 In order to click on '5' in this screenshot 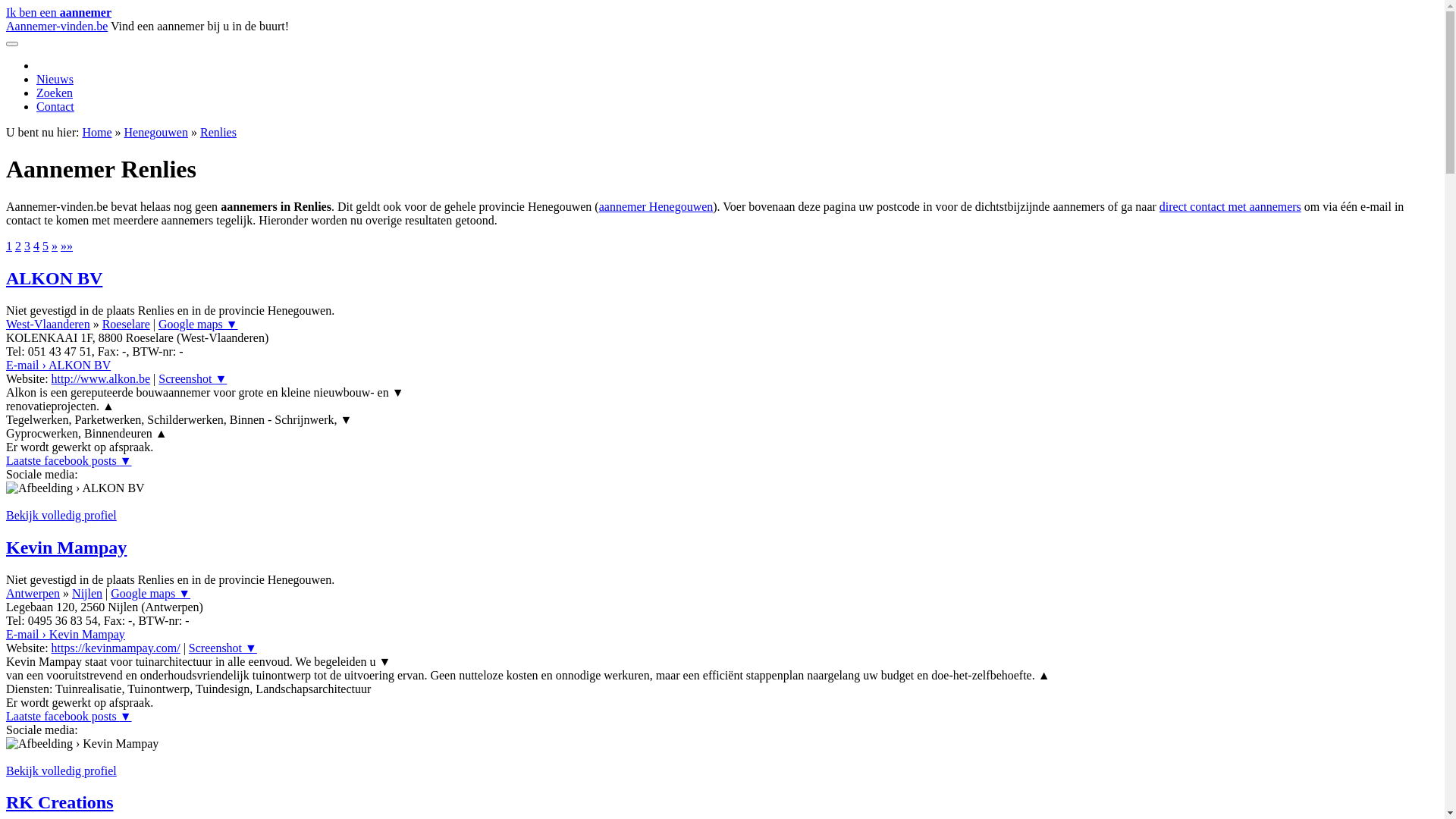, I will do `click(42, 245)`.